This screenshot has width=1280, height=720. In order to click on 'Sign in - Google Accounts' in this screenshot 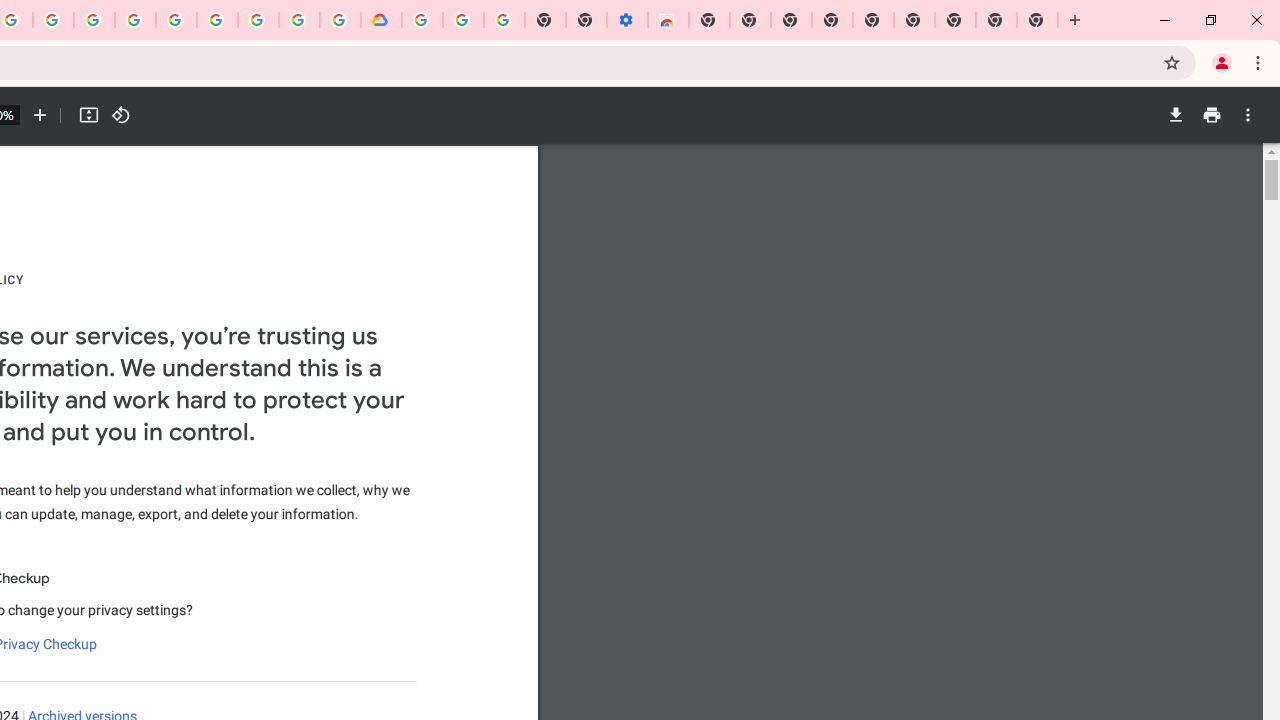, I will do `click(421, 20)`.